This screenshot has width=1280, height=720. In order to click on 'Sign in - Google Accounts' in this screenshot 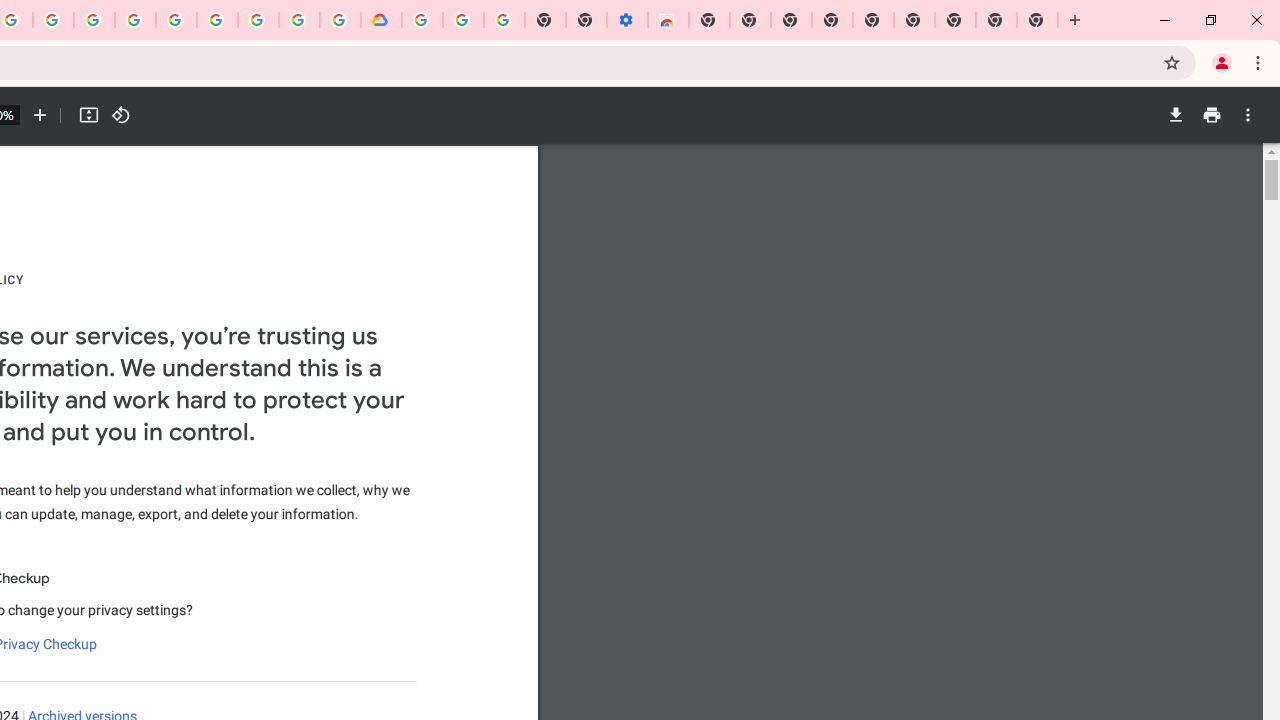, I will do `click(421, 20)`.